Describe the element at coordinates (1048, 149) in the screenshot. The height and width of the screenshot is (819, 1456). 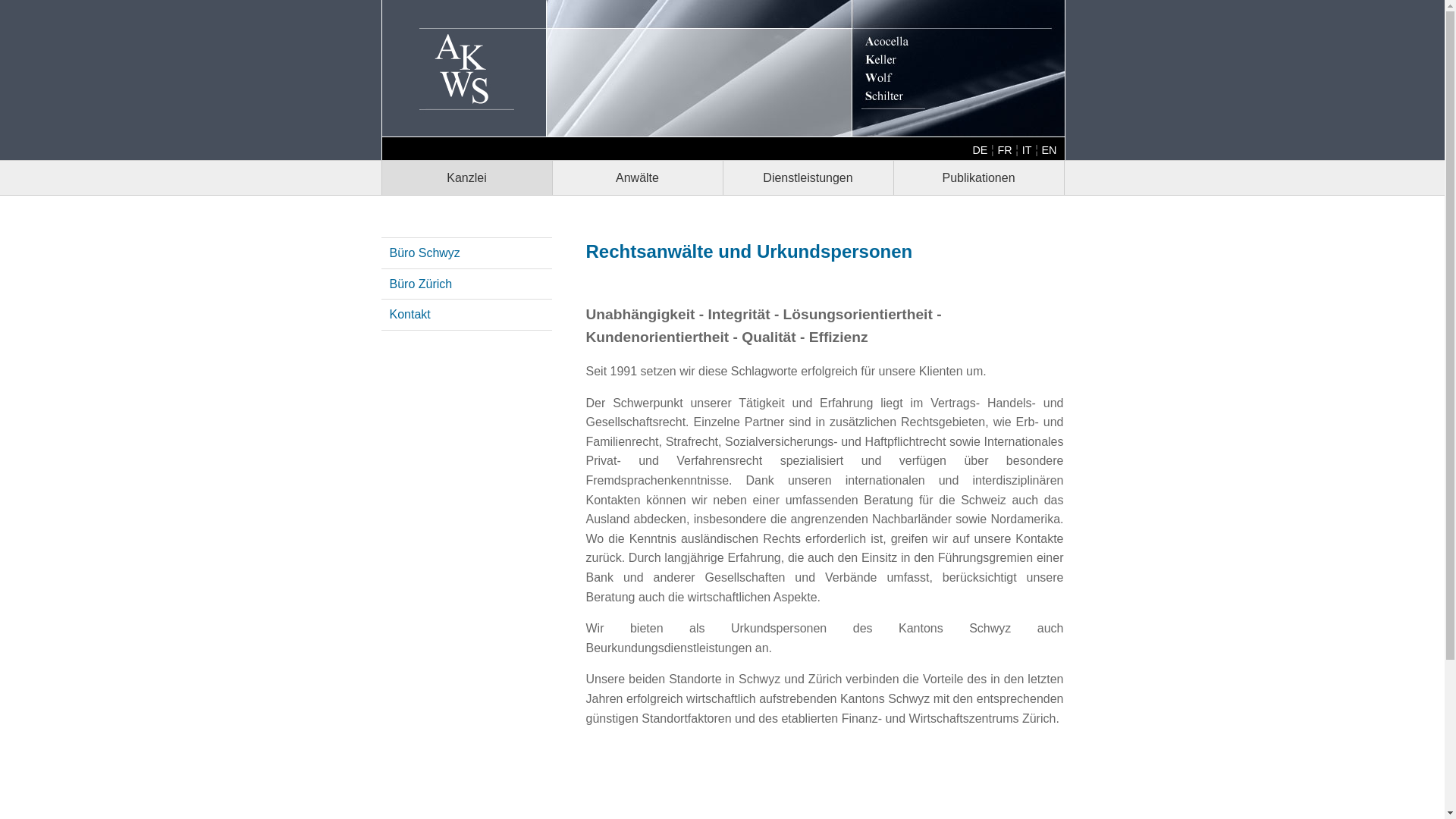
I see `'EN'` at that location.